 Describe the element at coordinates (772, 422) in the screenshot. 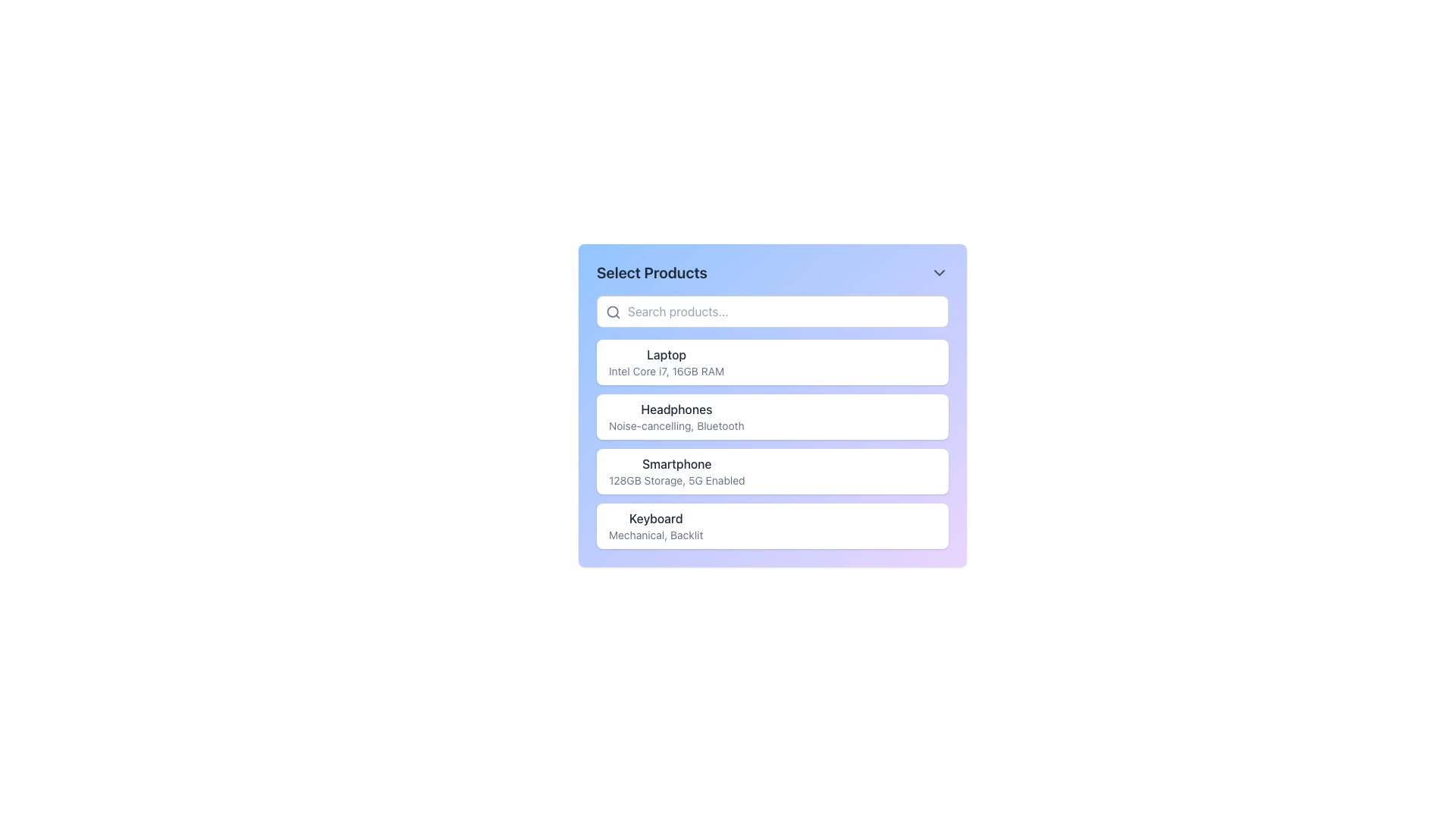

I see `the list item labeled 'Headphones' with subtext 'Noise-cancelling, Bluetooth'` at that location.